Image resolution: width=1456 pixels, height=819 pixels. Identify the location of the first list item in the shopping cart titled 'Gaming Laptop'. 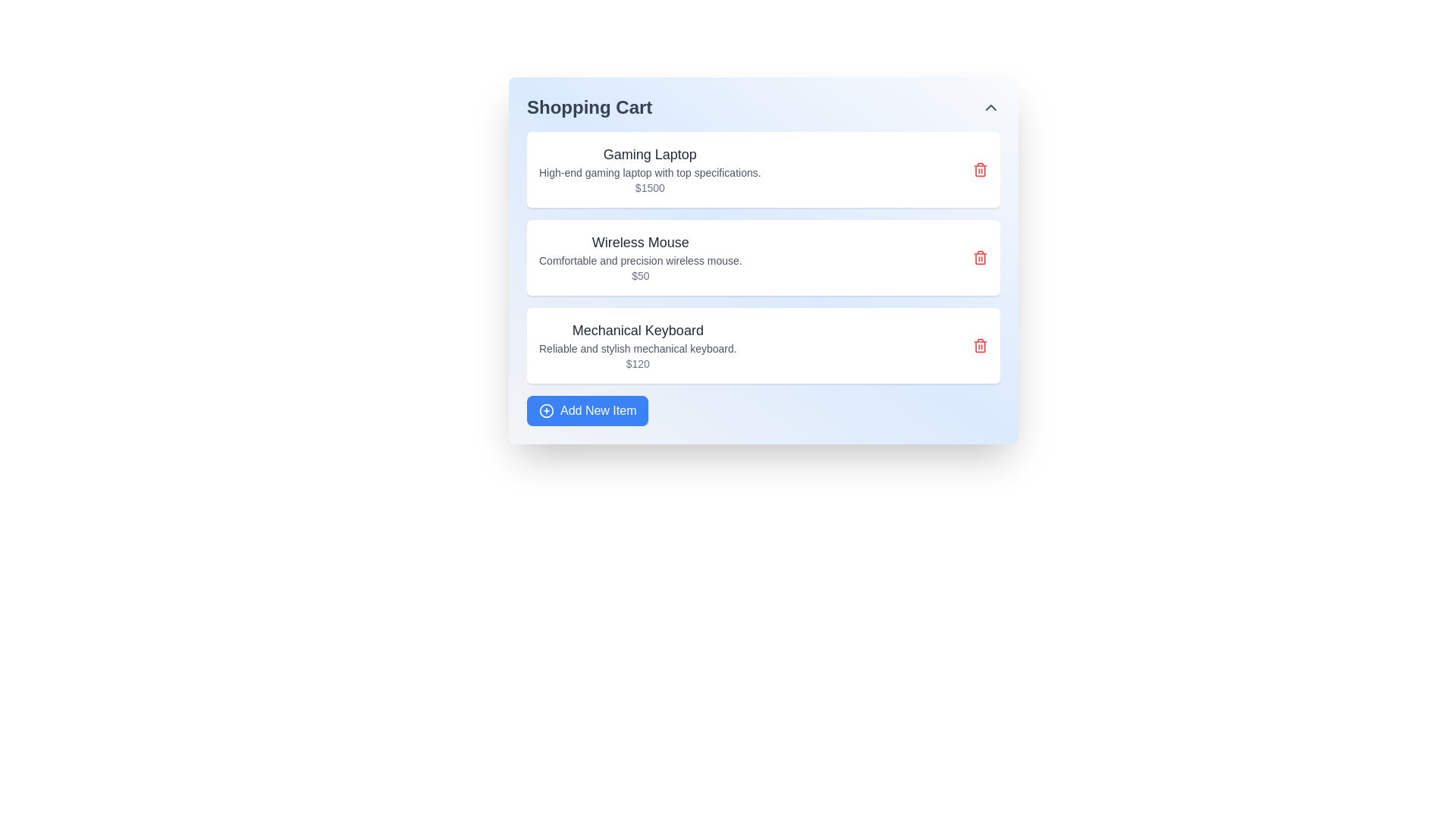
(764, 169).